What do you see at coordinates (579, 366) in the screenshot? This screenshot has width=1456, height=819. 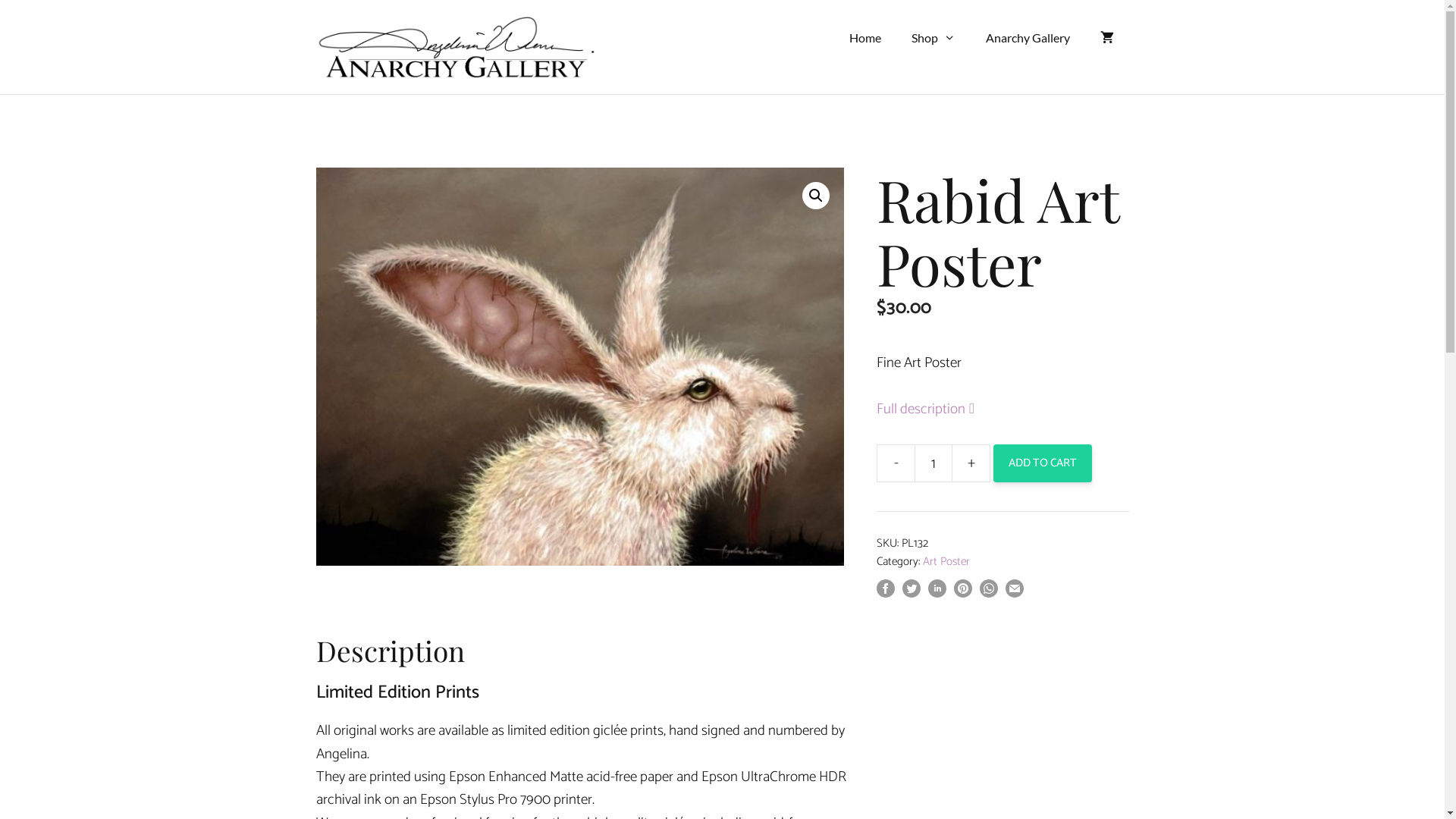 I see `'Rabid-670W-4.jpg'` at bounding box center [579, 366].